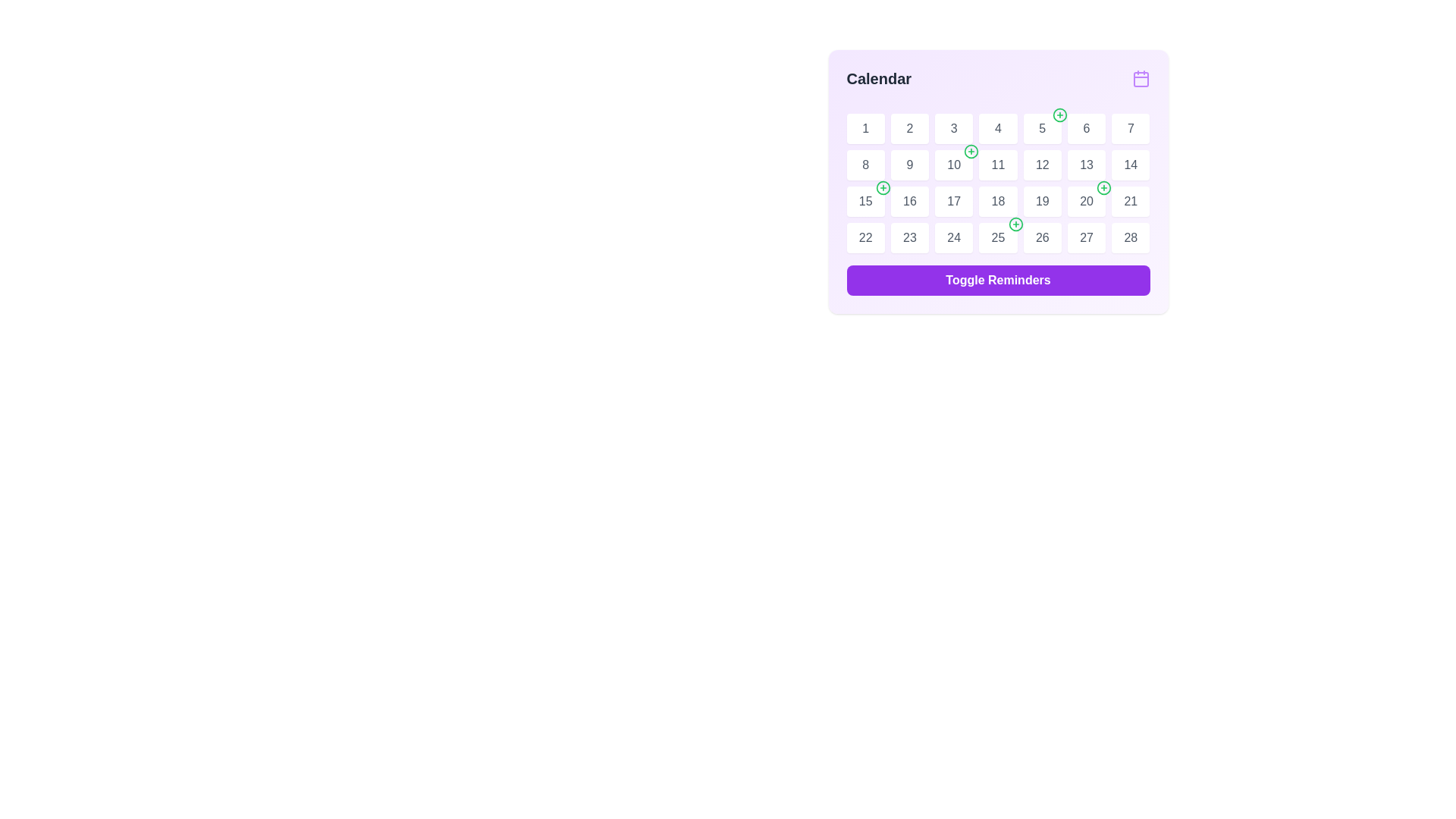 The image size is (1456, 819). What do you see at coordinates (952, 165) in the screenshot?
I see `the calendar day box displaying the number '10'` at bounding box center [952, 165].